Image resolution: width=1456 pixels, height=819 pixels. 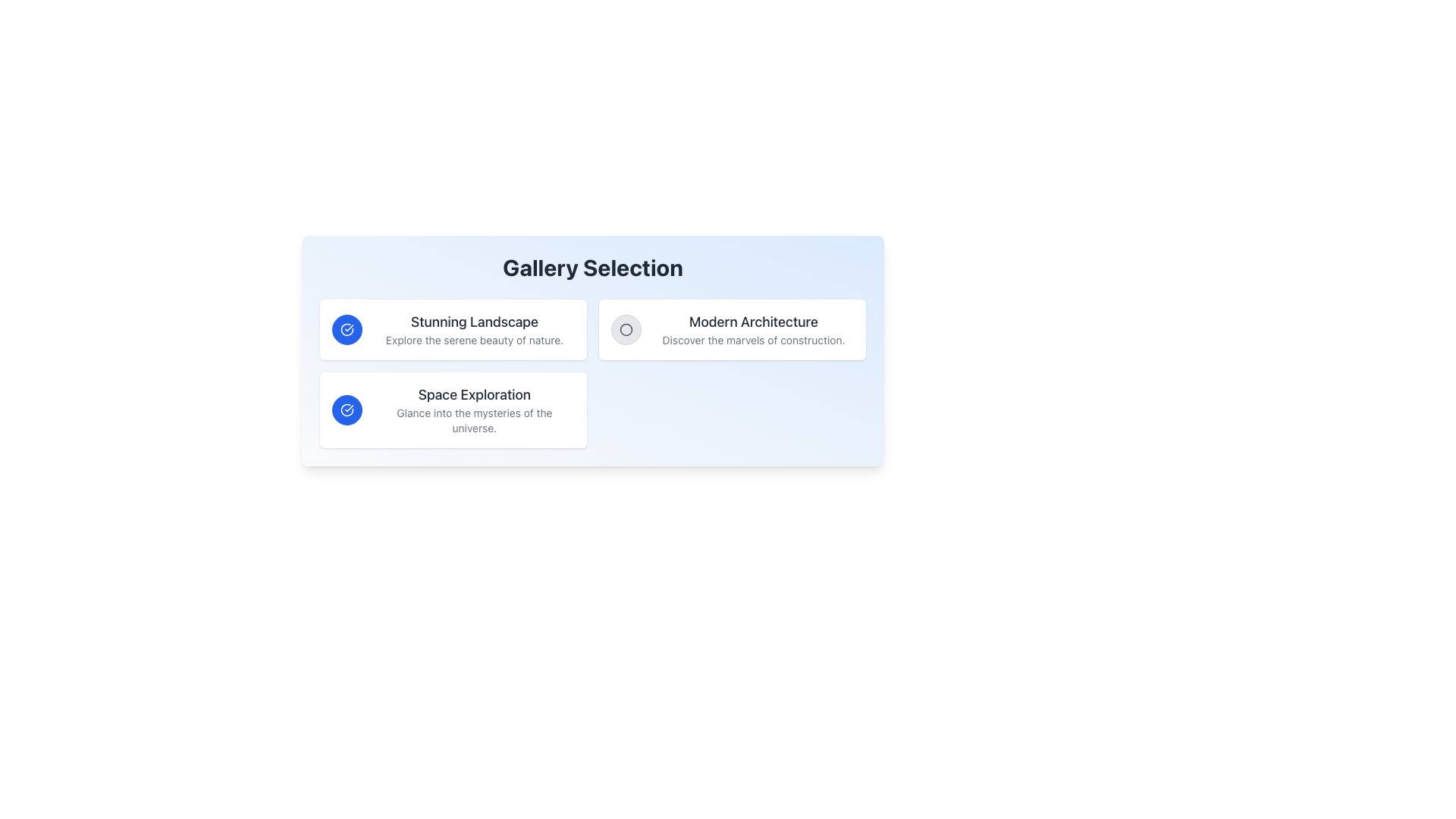 I want to click on the text label displaying 'Modern Architecture', which is styled in bold, dark gray font and positioned above a descriptive text in the right-hand selection panel, so click(x=753, y=321).